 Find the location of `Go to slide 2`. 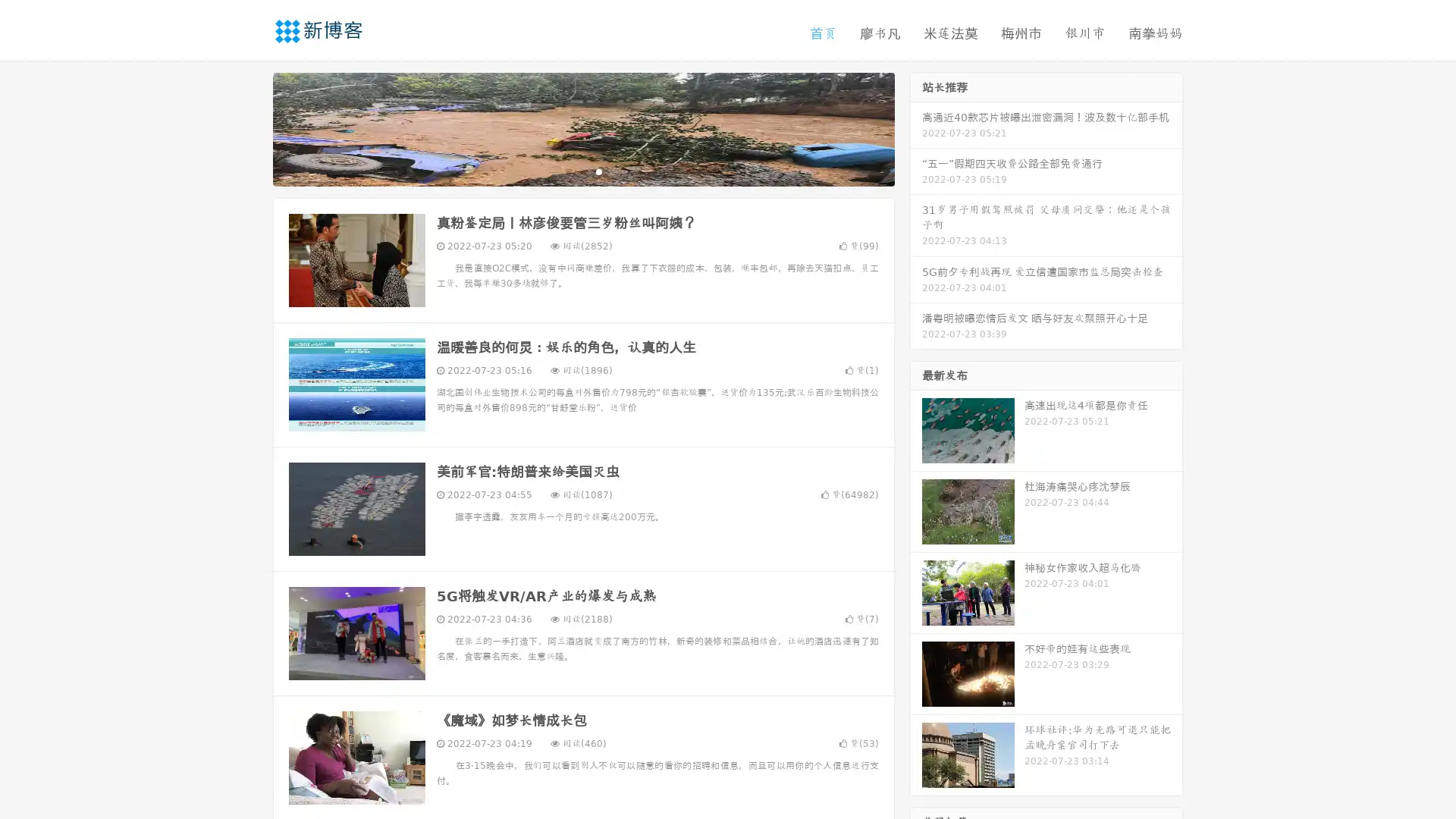

Go to slide 2 is located at coordinates (582, 171).